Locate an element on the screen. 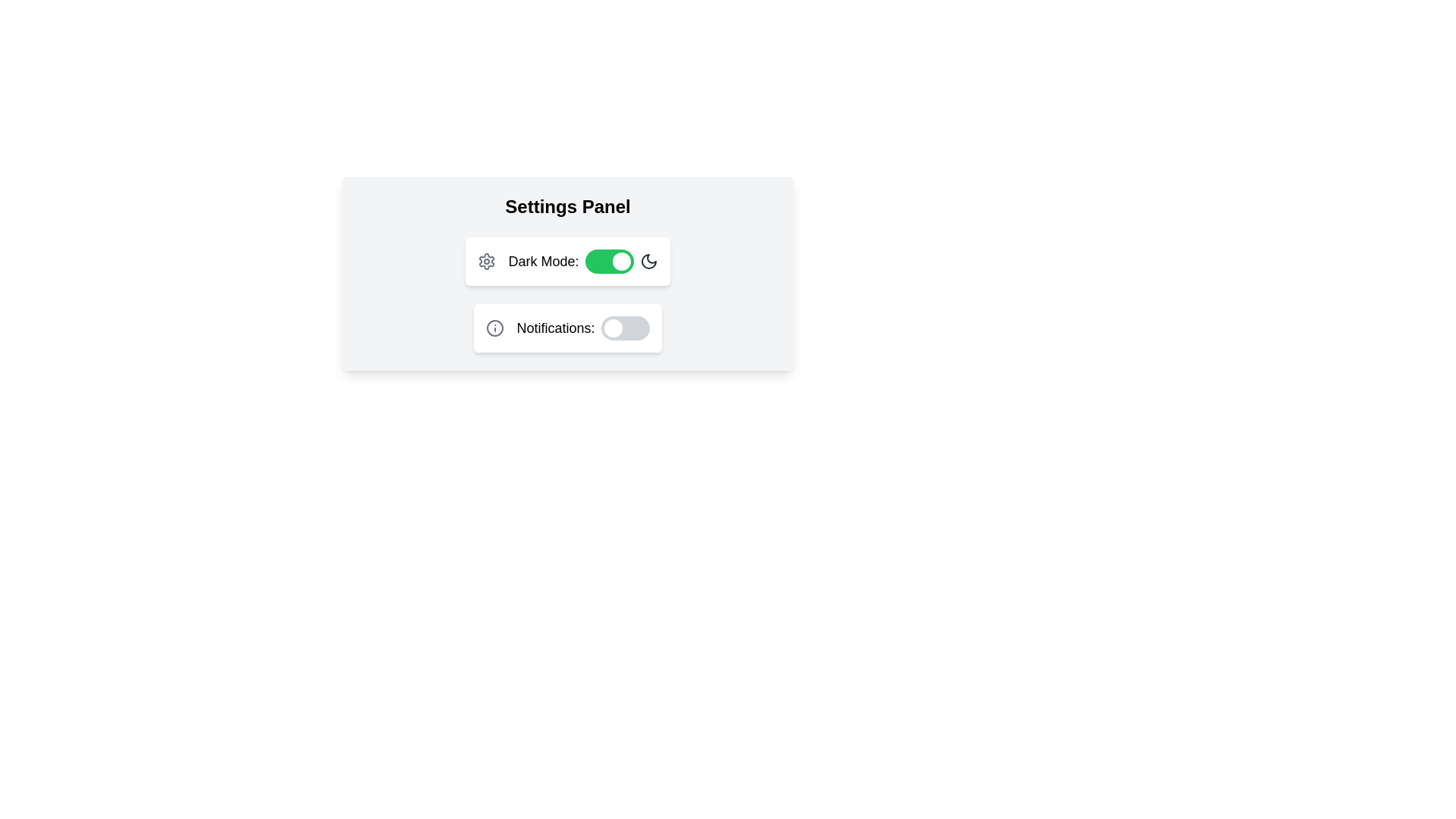  the 'Notifications:' text label that indicates the purpose of the adjacent toggle switch for notification settings is located at coordinates (582, 327).